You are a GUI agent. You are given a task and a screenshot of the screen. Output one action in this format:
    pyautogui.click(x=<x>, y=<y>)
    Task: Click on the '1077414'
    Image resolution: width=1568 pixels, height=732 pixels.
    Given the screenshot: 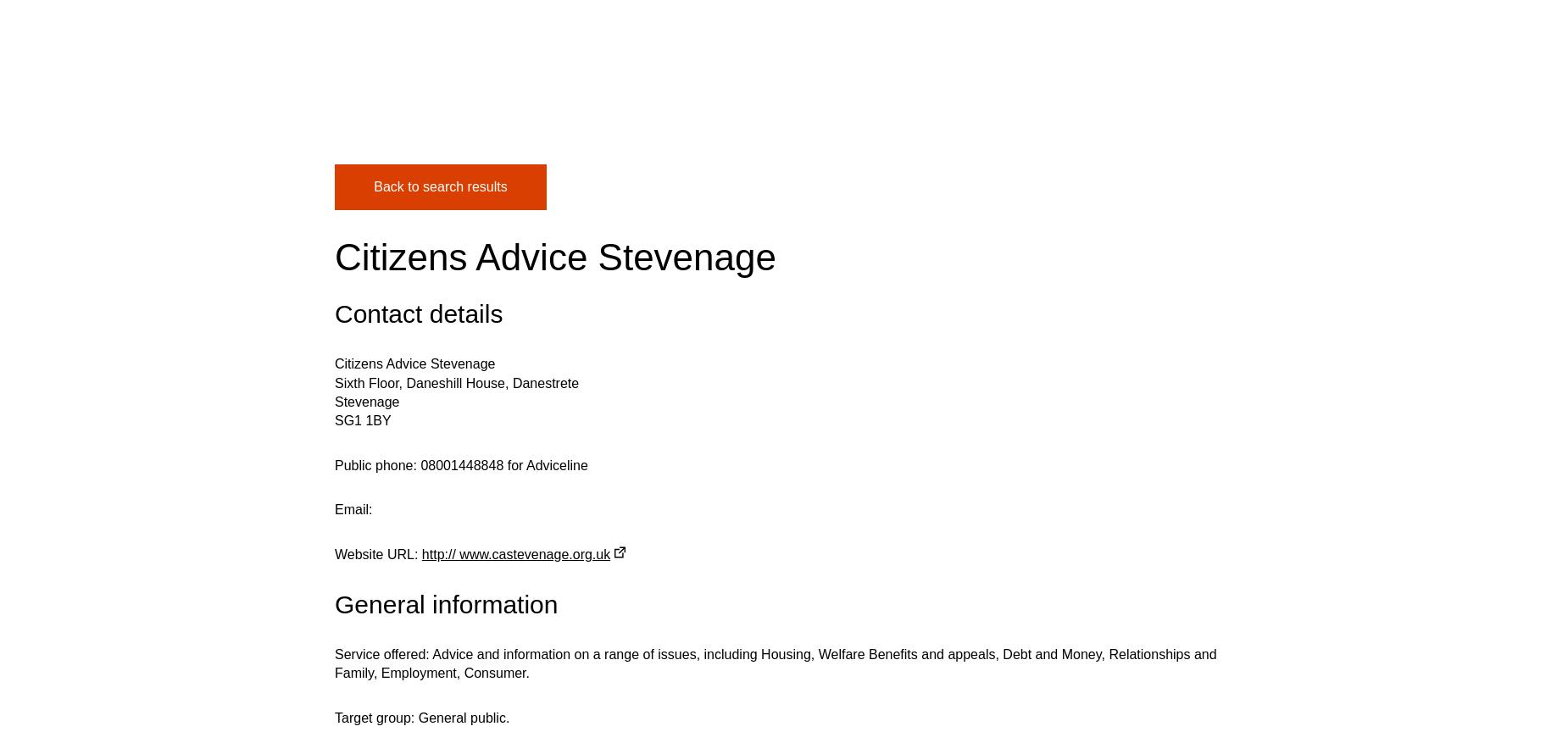 What is the action you would take?
    pyautogui.click(x=459, y=318)
    